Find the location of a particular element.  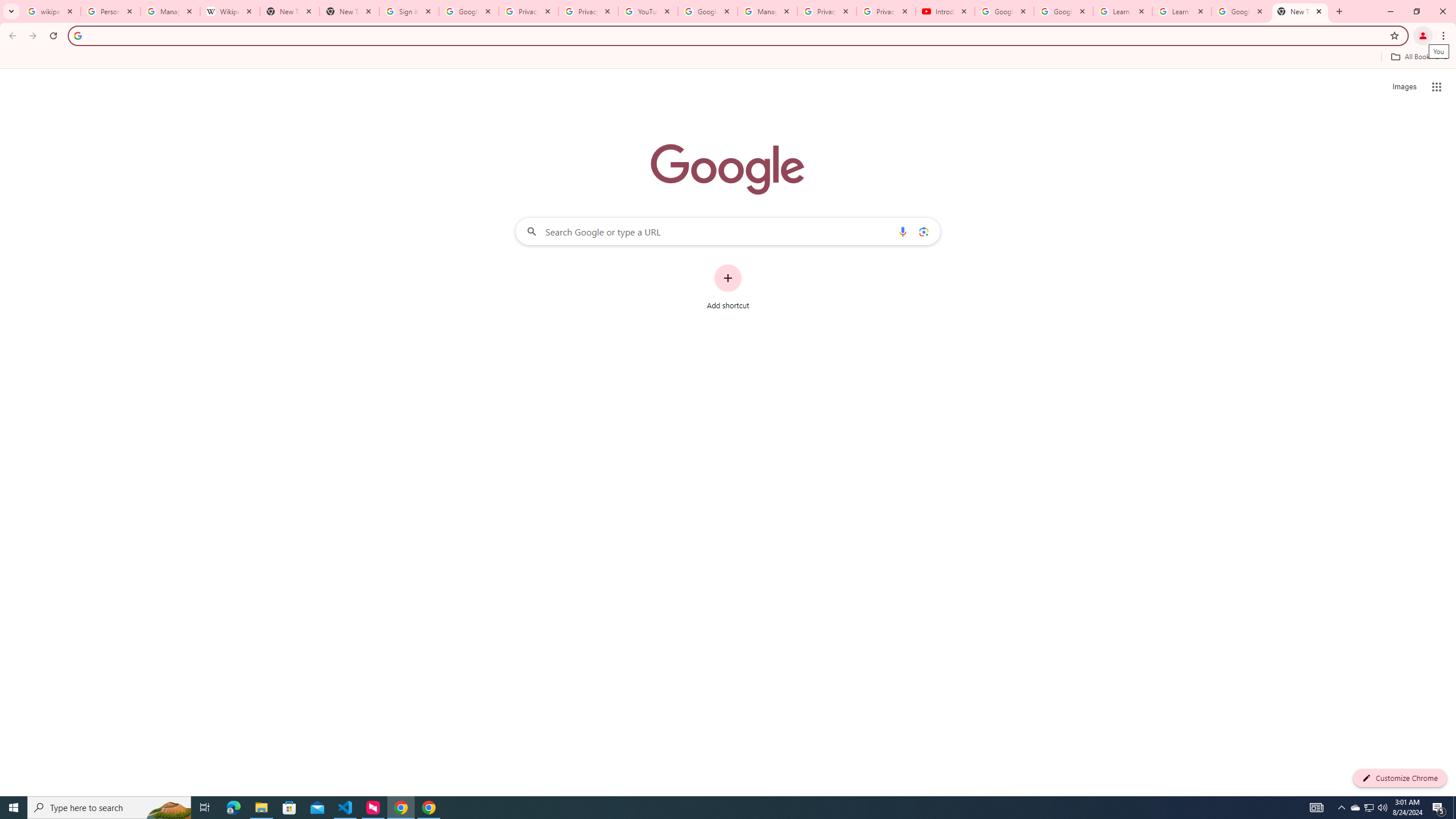

'Google Account Help' is located at coordinates (1064, 11).